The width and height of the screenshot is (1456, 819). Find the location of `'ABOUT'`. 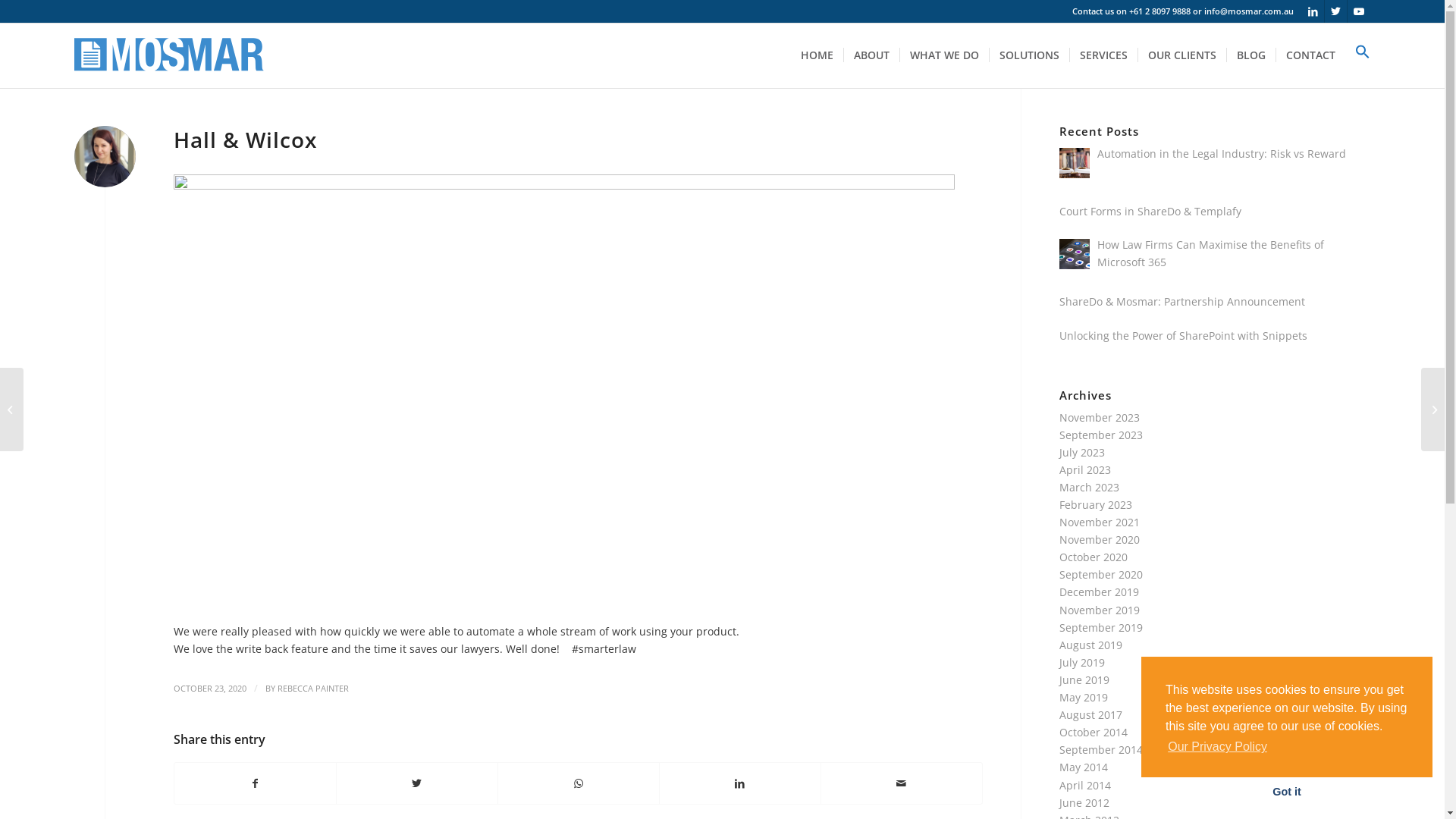

'ABOUT' is located at coordinates (843, 55).